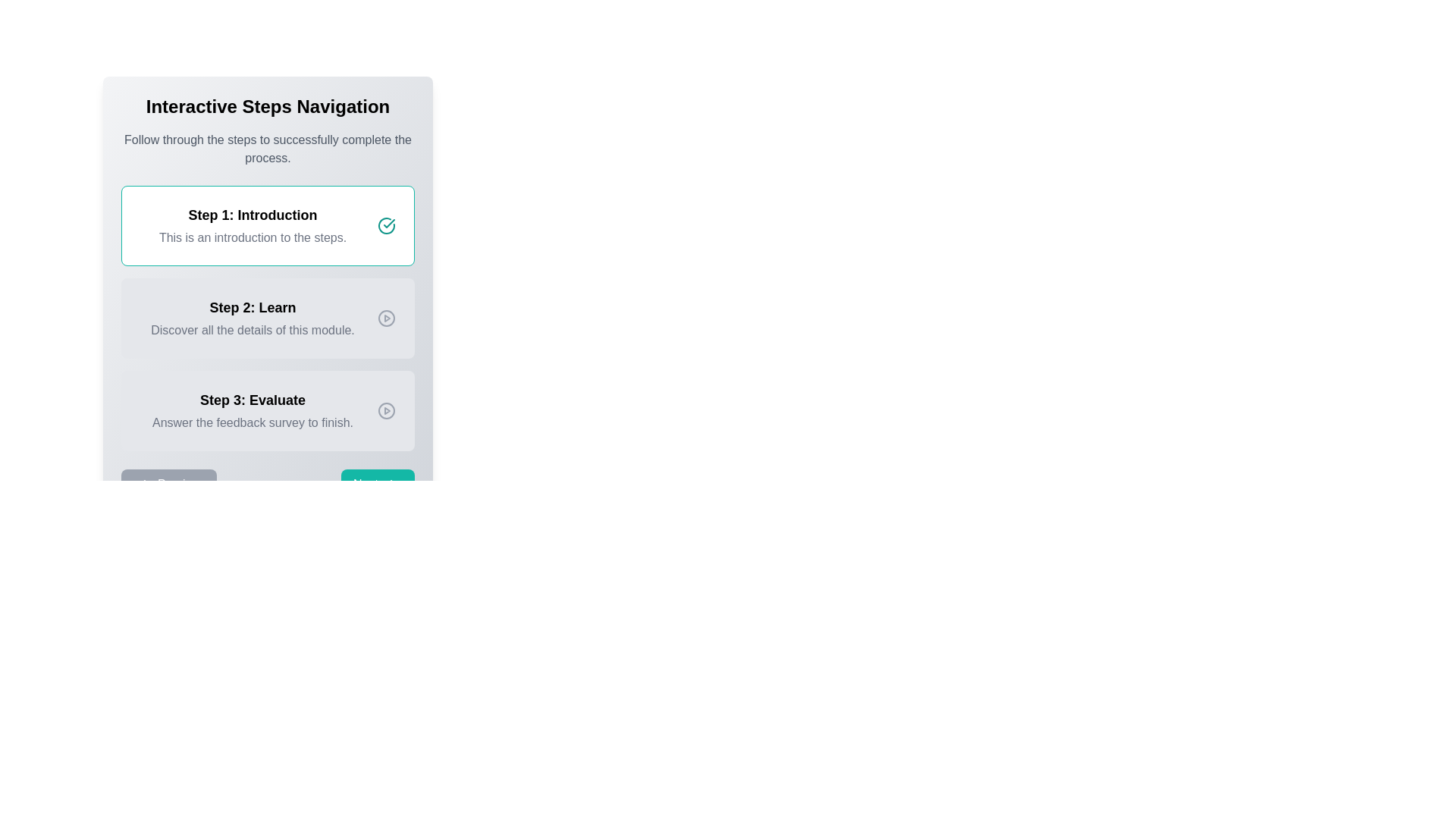 The image size is (1456, 819). Describe the element at coordinates (386, 318) in the screenshot. I see `the circular graphical element (SVG) with a light gray border, located in the lower section of the second step of the step navigation interface, next to the 'Step 2: Learn' label` at that location.